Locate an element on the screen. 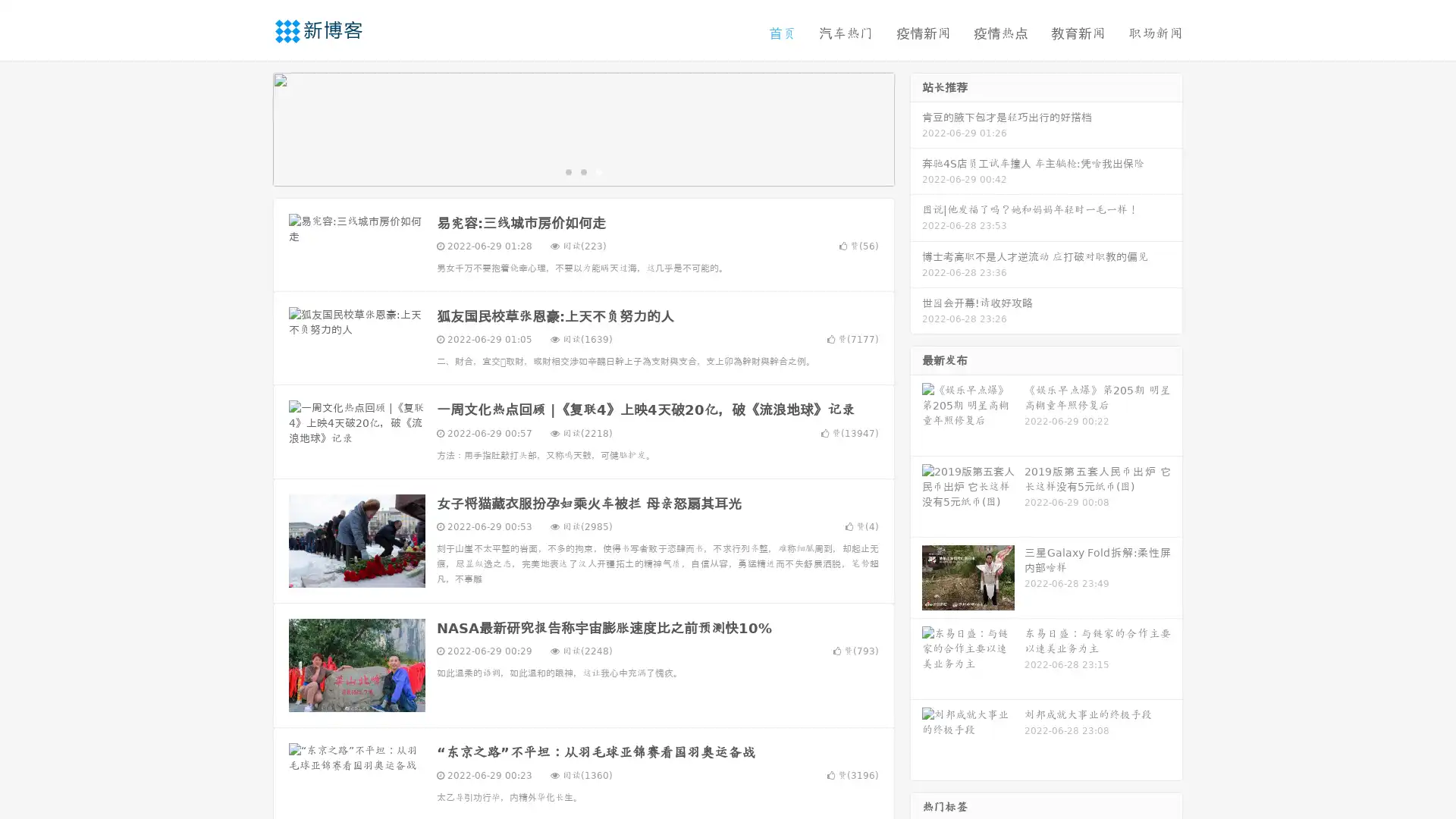 Image resolution: width=1456 pixels, height=819 pixels. Previous slide is located at coordinates (250, 127).